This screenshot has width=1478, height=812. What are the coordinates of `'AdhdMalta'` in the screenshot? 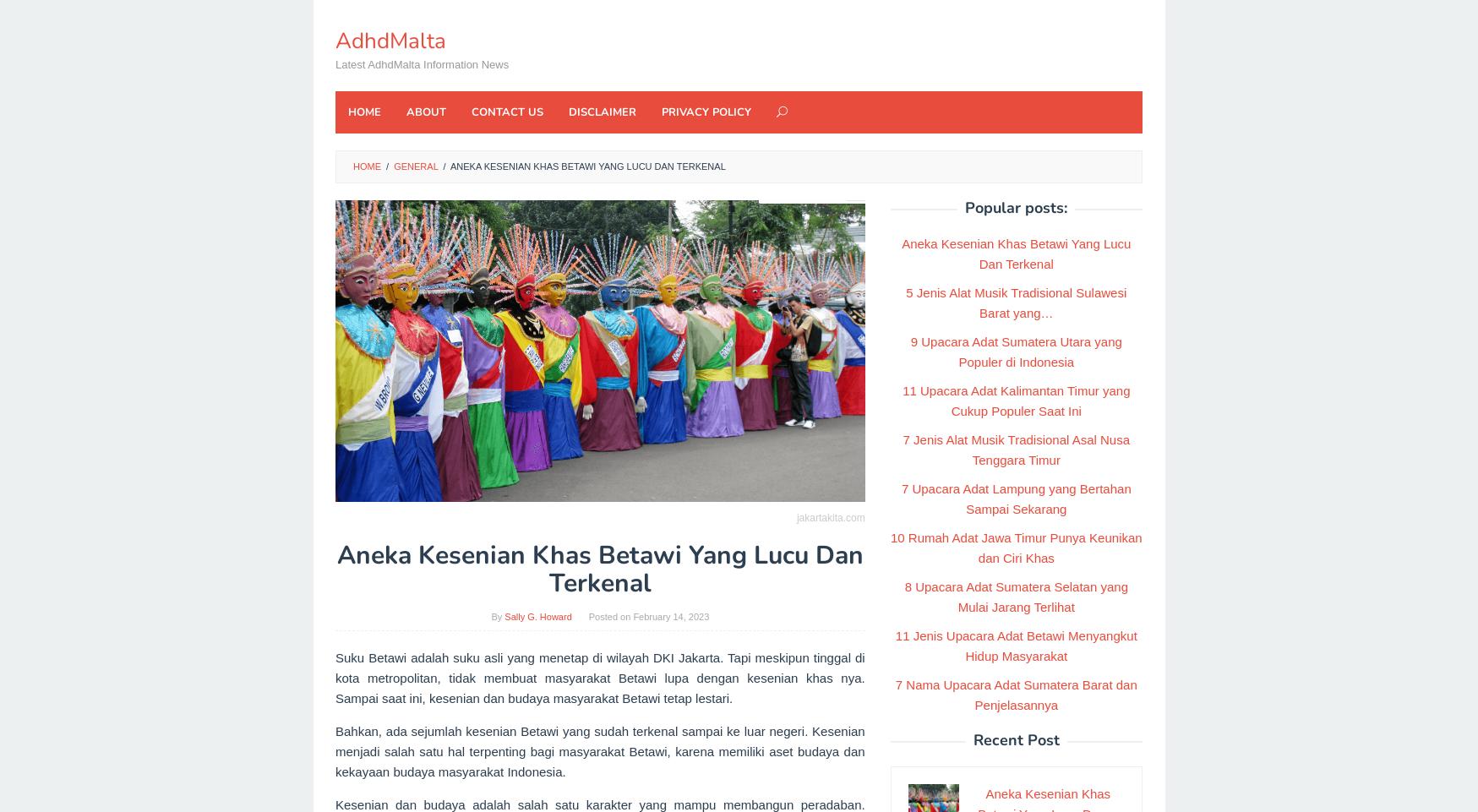 It's located at (390, 40).